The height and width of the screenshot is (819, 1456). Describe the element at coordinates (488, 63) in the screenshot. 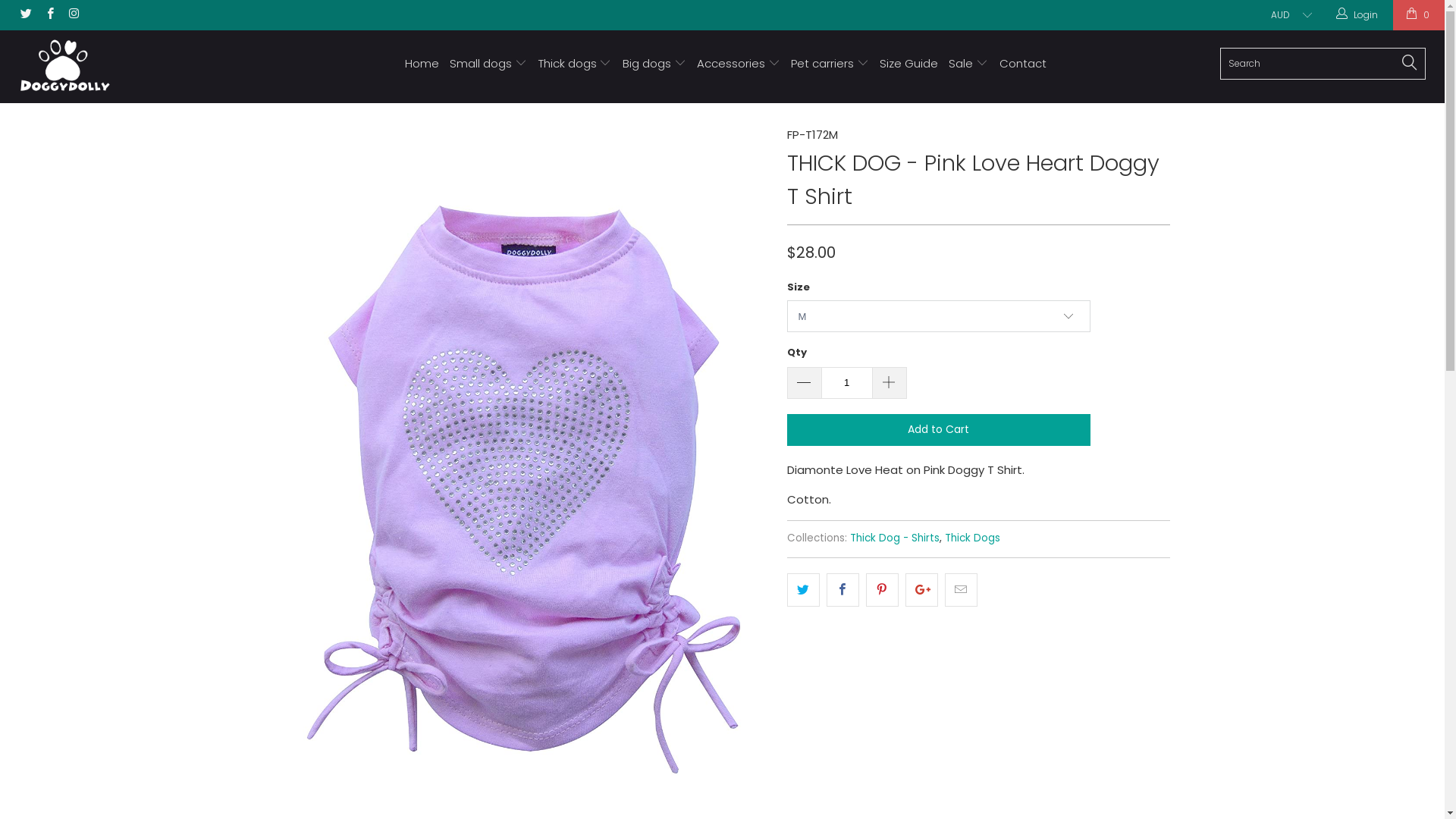

I see `'Small dogs'` at that location.